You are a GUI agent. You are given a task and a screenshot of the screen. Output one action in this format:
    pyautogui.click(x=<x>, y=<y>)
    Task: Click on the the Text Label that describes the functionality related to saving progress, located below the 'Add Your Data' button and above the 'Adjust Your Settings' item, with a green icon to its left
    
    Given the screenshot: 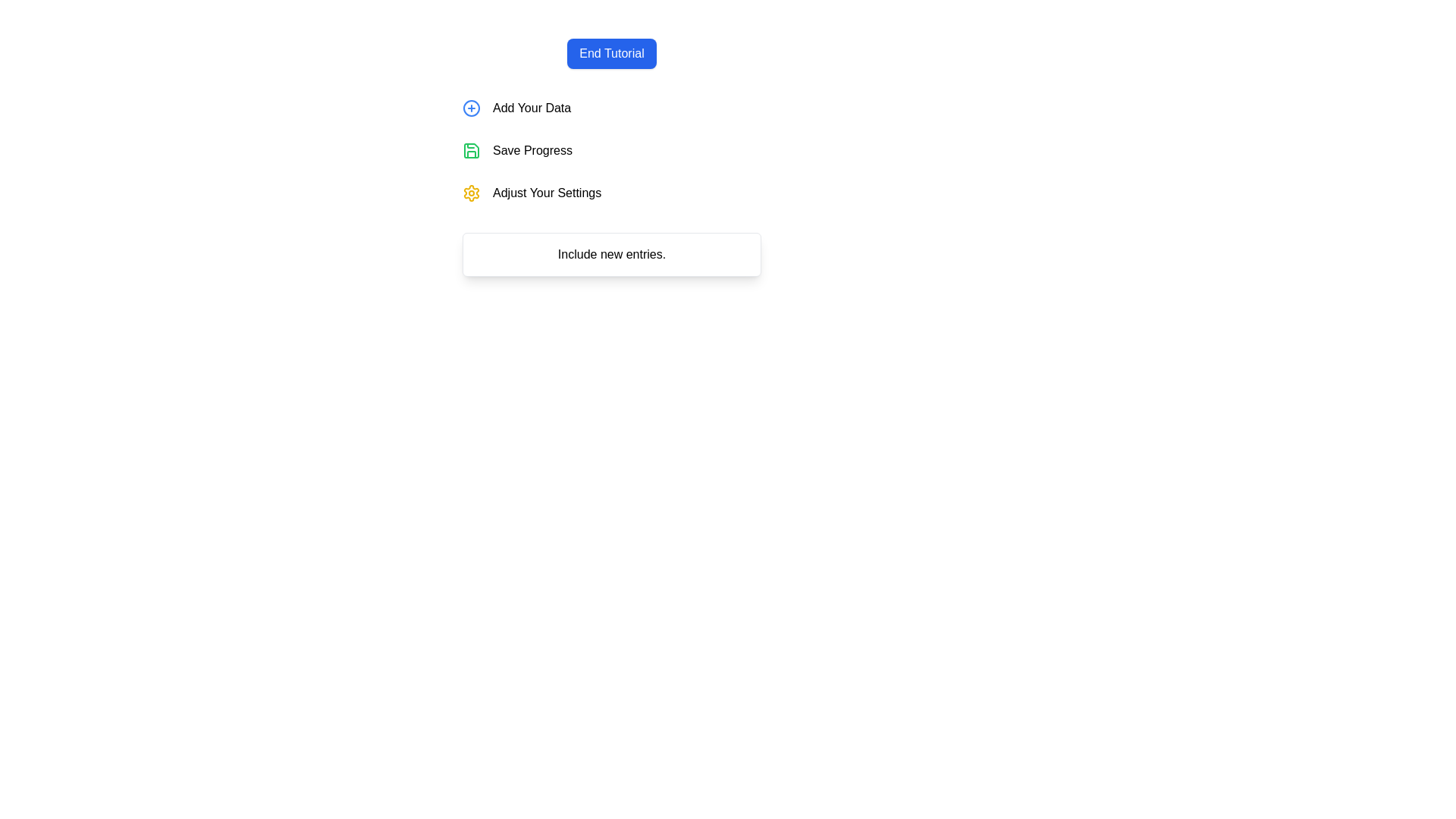 What is the action you would take?
    pyautogui.click(x=532, y=151)
    